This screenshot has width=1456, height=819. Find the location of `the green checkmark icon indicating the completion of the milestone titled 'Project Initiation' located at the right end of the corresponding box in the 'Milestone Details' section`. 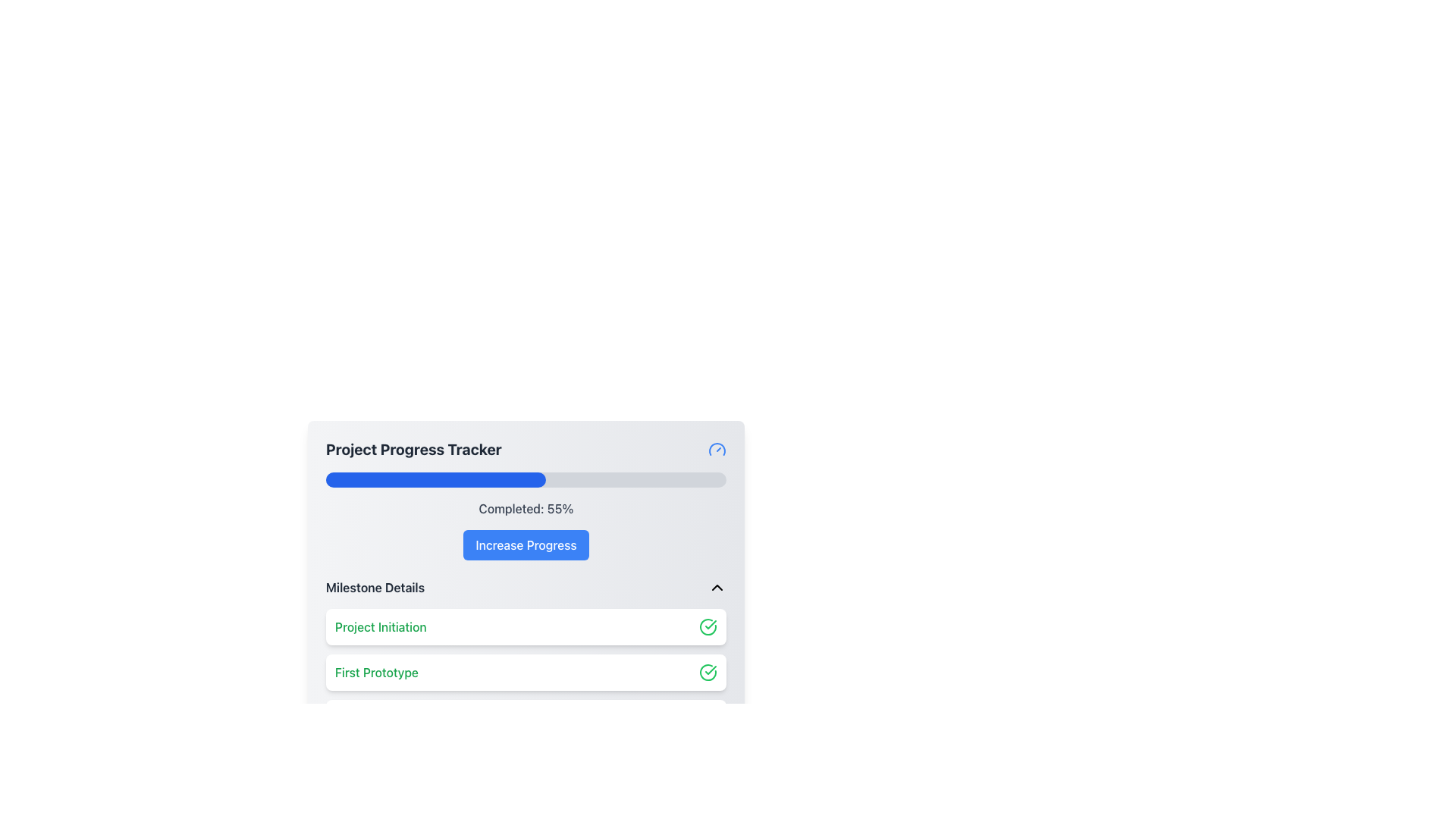

the green checkmark icon indicating the completion of the milestone titled 'Project Initiation' located at the right end of the corresponding box in the 'Milestone Details' section is located at coordinates (708, 626).